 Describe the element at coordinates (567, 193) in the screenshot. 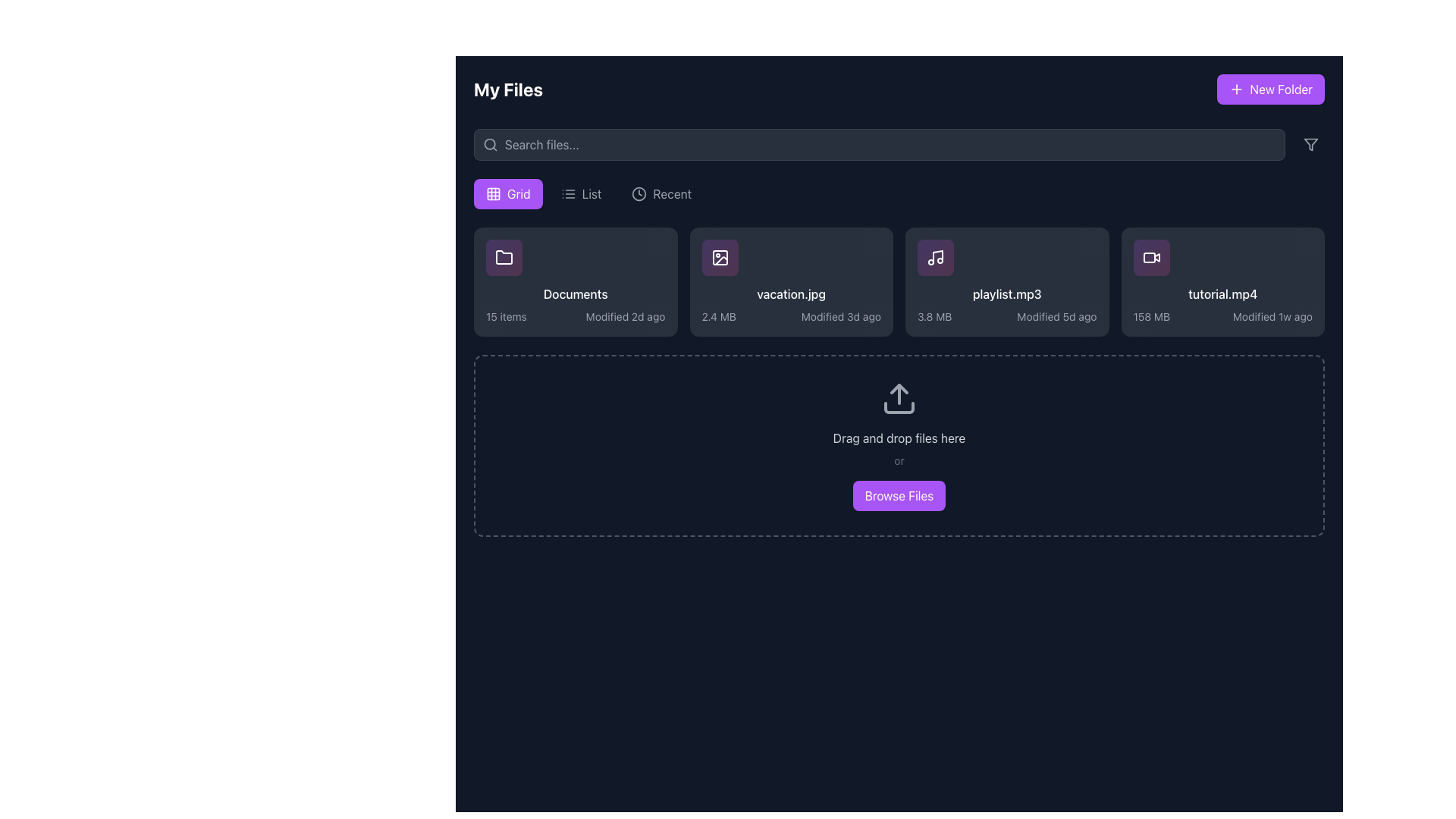

I see `the Icon button representing a list layout, which is located between the 'Grid' button and the 'Recent' button in the navigation bar` at that location.